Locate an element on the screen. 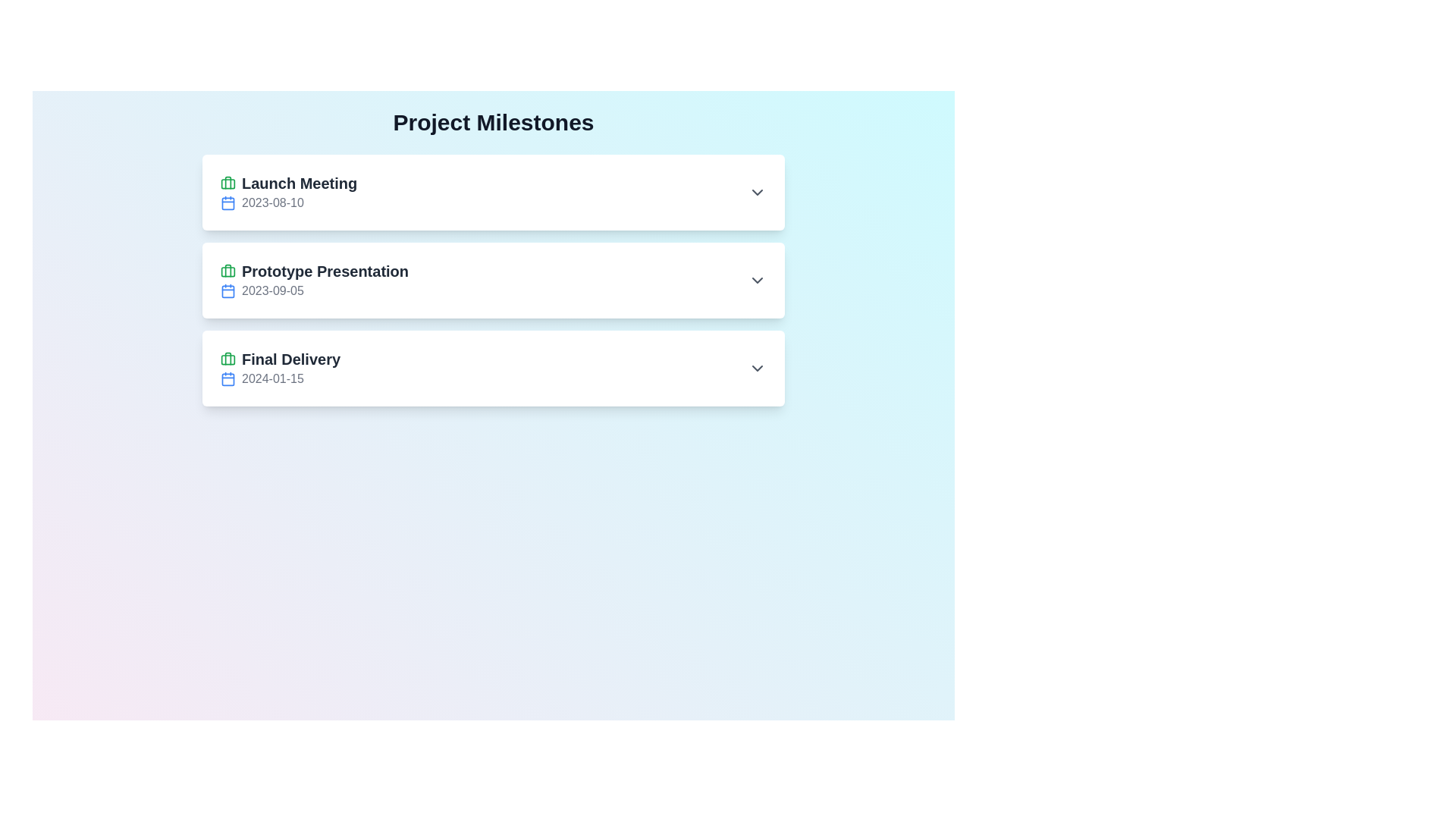 The image size is (1456, 819). the 'Final Delivery' text label, which is styled with bold, large font in dark color and is located in the third card of a vertical list, positioned below 'Prototype Presentation' and above the date label '2024-01-15' is located at coordinates (280, 359).